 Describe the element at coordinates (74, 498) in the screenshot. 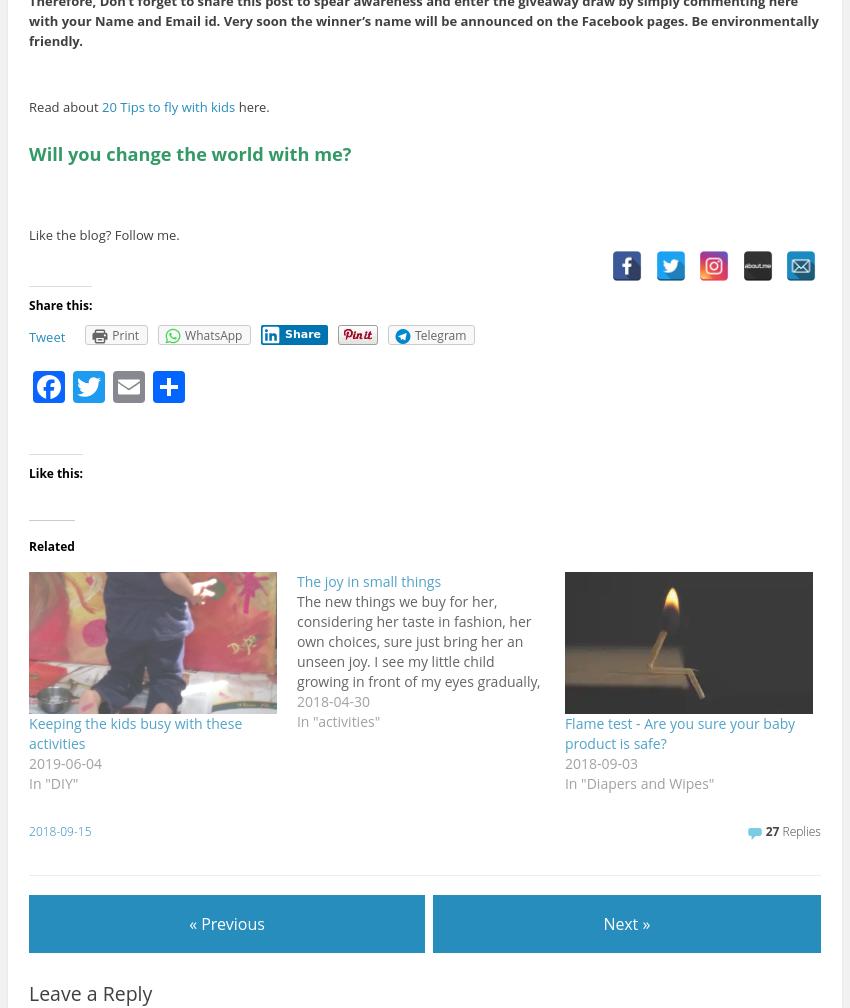

I see `'Facebook'` at that location.